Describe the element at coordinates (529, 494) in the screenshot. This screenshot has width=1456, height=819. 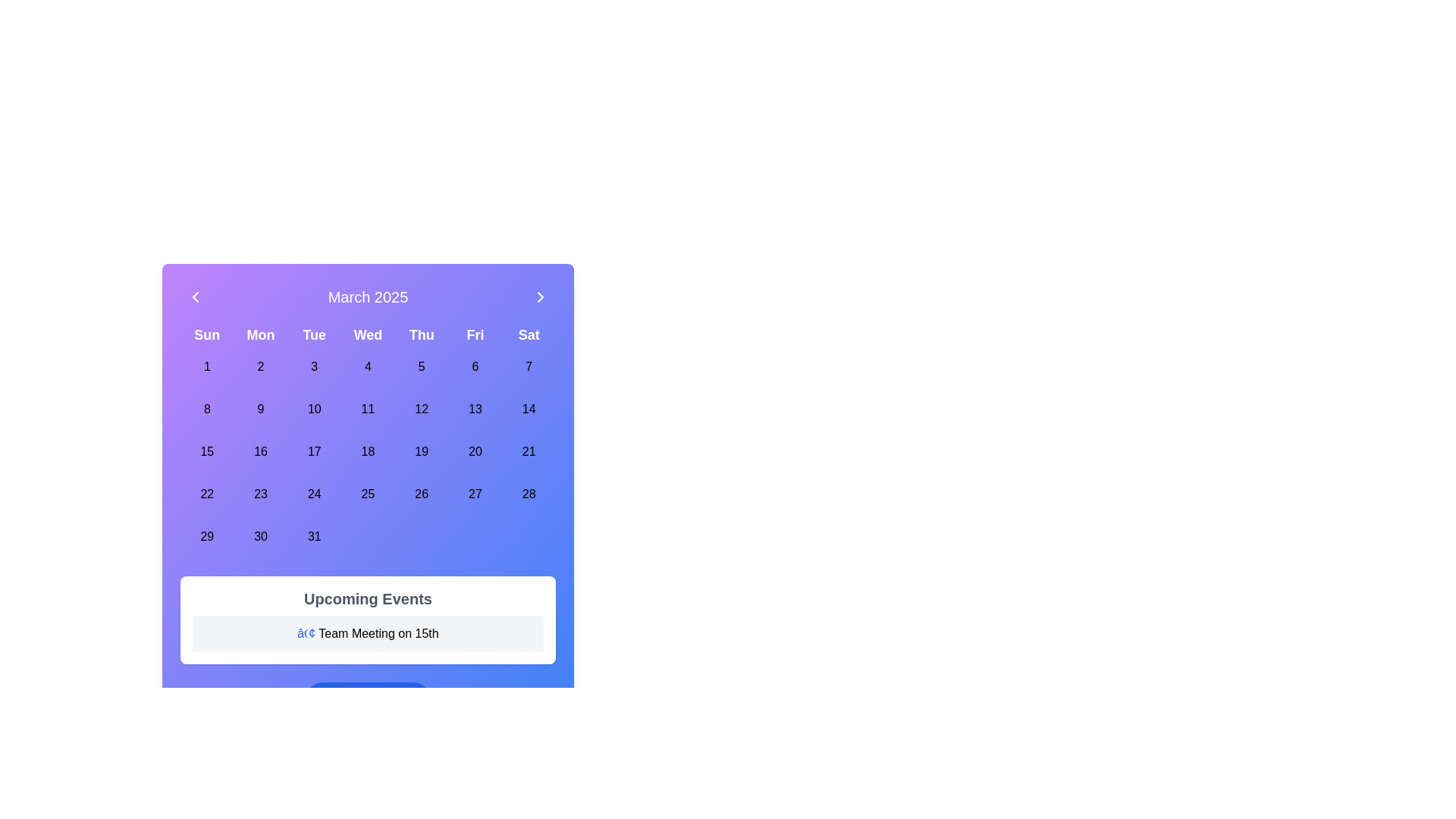
I see `the date '28' in the calendar, located in the last column under 'Sat'` at that location.